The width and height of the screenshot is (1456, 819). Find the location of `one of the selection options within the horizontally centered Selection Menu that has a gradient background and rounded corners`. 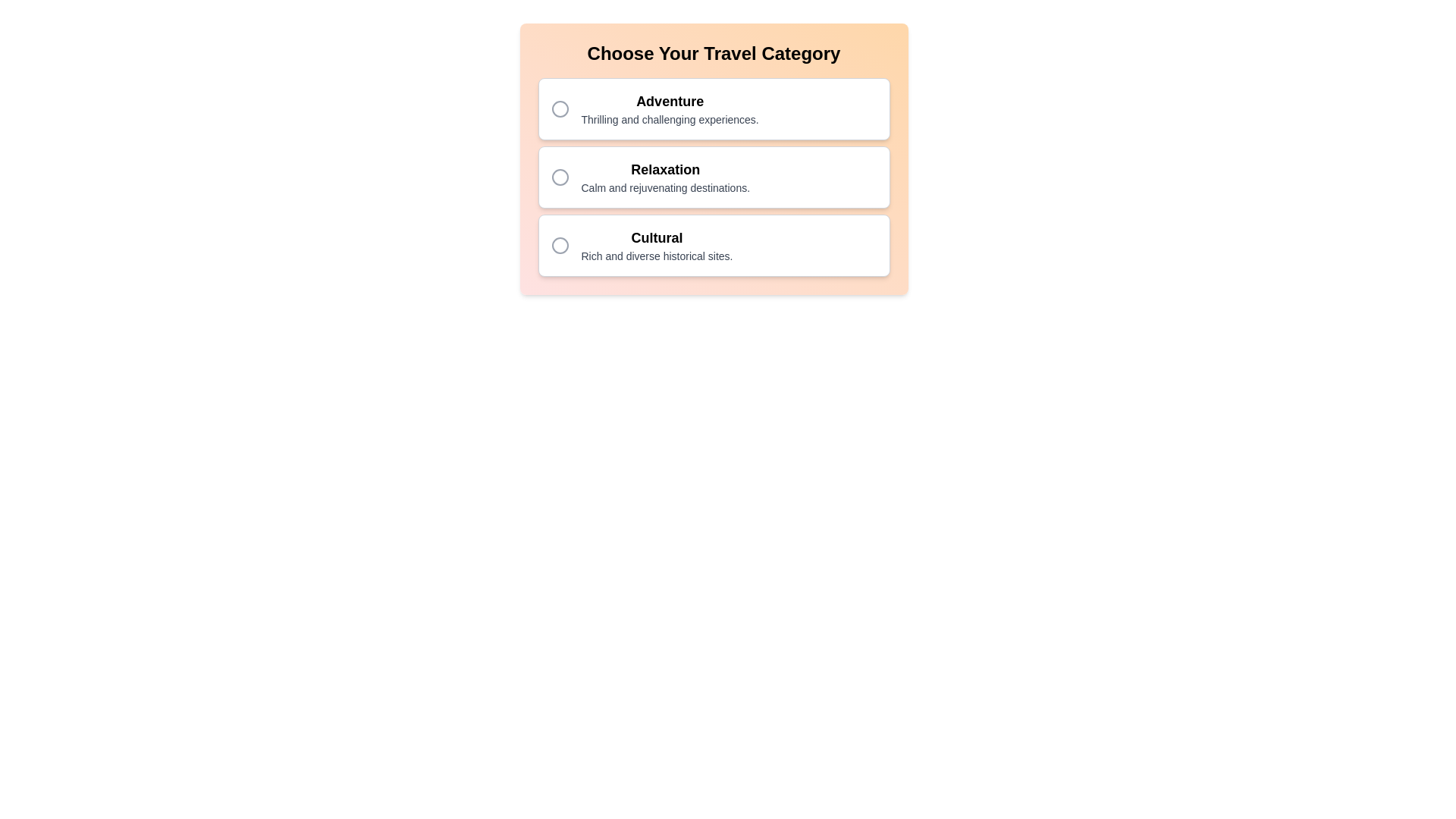

one of the selection options within the horizontally centered Selection Menu that has a gradient background and rounded corners is located at coordinates (713, 158).